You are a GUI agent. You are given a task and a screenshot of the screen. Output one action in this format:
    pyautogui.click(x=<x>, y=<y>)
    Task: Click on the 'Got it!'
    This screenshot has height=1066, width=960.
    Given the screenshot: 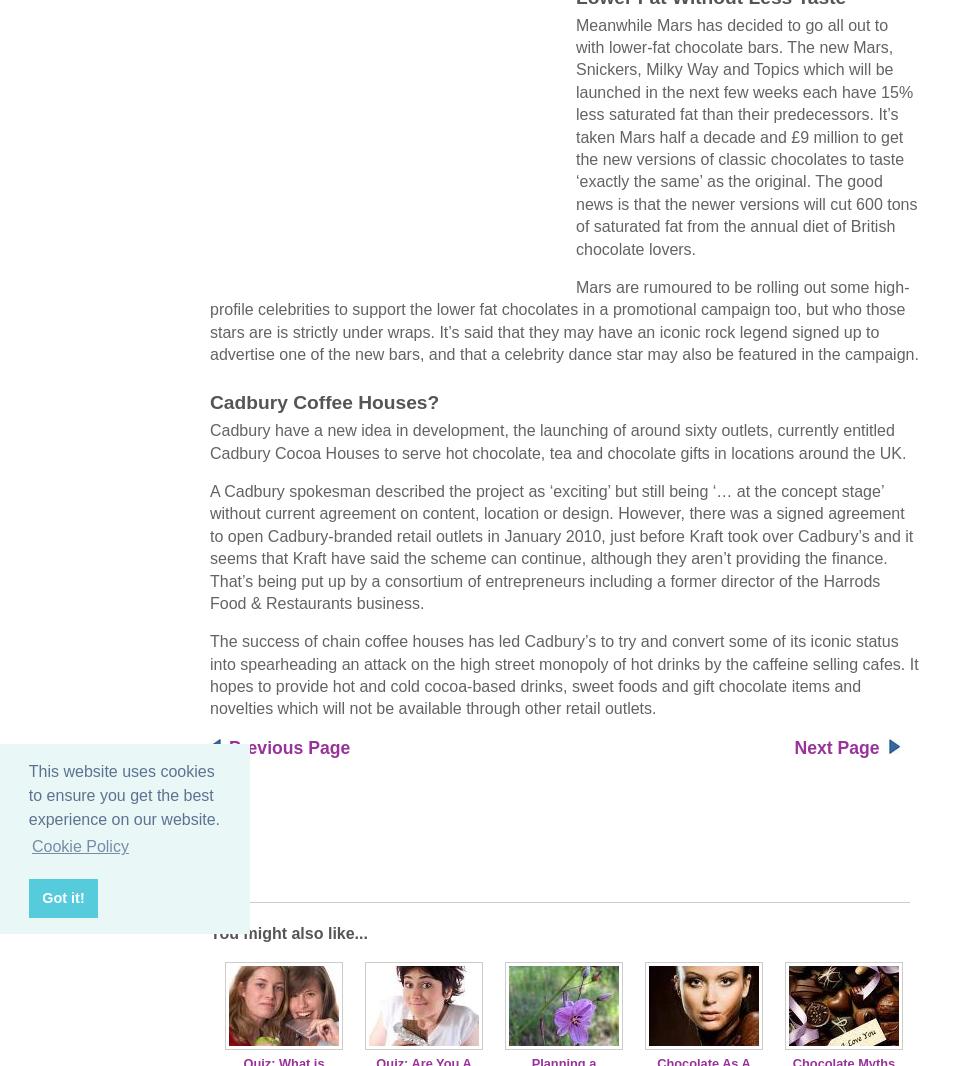 What is the action you would take?
    pyautogui.click(x=62, y=897)
    